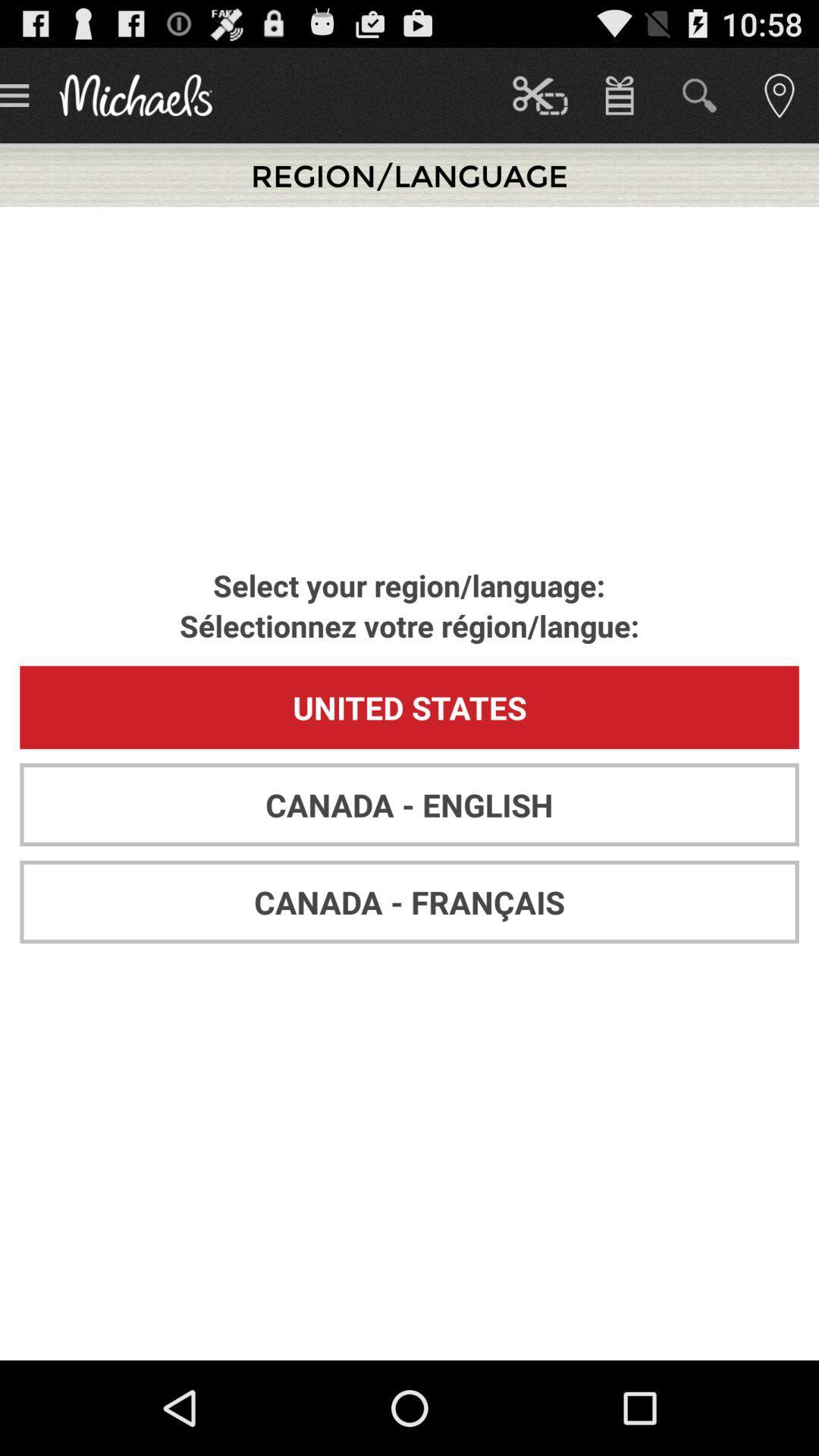 This screenshot has height=1456, width=819. Describe the element at coordinates (409, 706) in the screenshot. I see `app above the canada - english app` at that location.